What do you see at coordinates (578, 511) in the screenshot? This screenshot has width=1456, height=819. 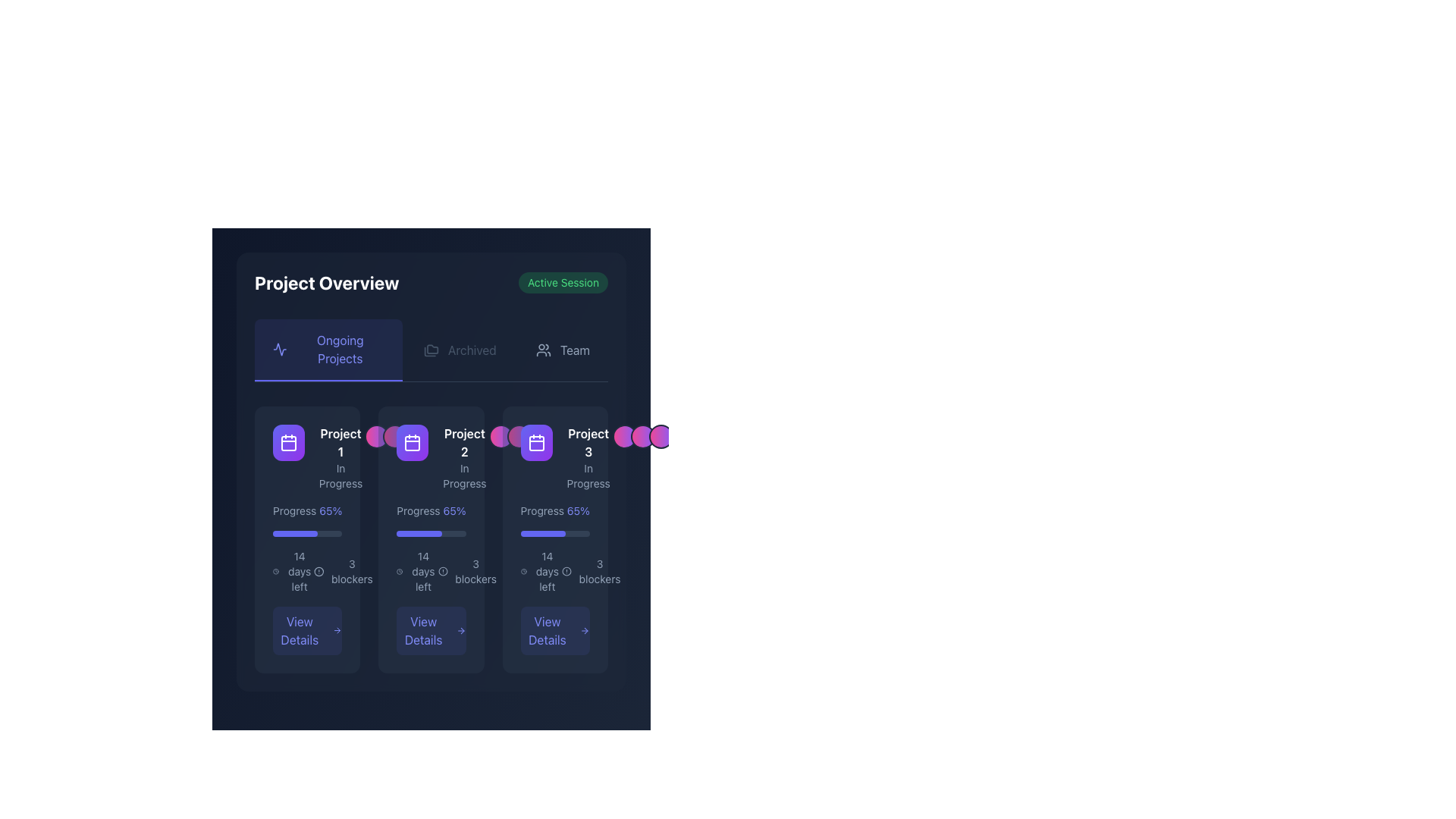 I see `the text field displaying '65%' in light indigo color, located in the 'Progress' section of 'Project 3' on the dashboard` at bounding box center [578, 511].